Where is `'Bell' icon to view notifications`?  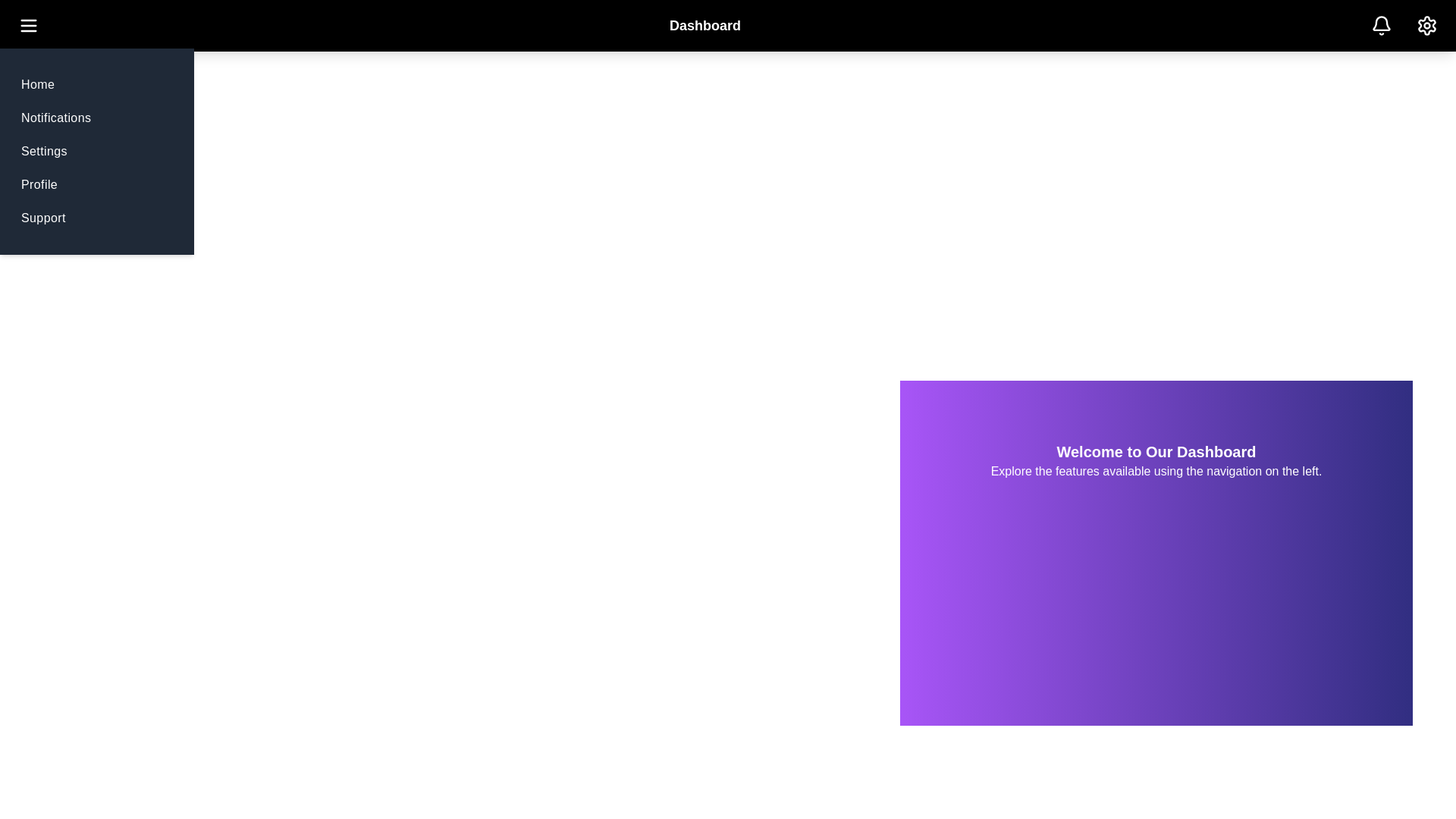 'Bell' icon to view notifications is located at coordinates (1382, 26).